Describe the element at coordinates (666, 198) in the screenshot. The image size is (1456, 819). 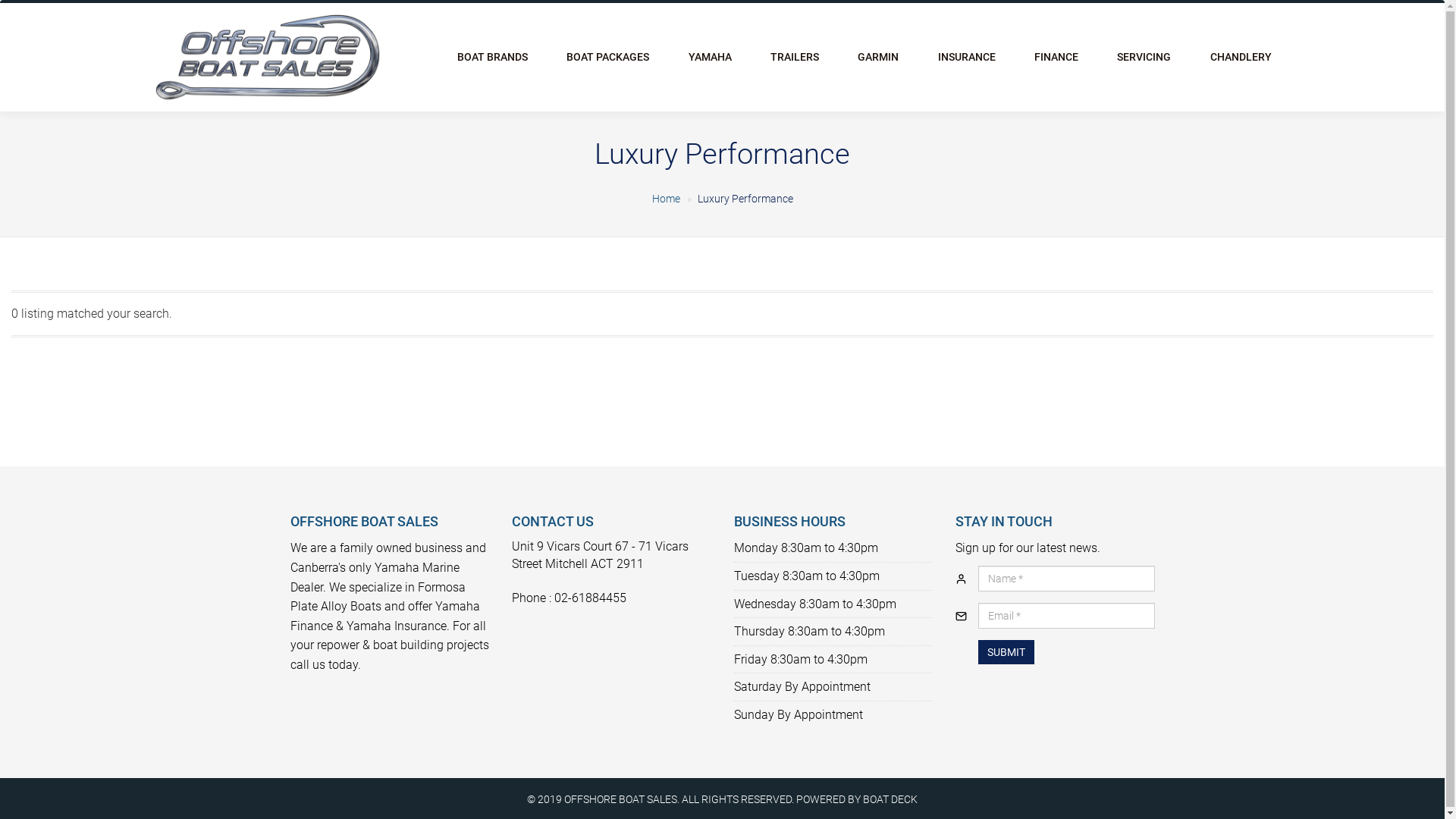
I see `'Home'` at that location.